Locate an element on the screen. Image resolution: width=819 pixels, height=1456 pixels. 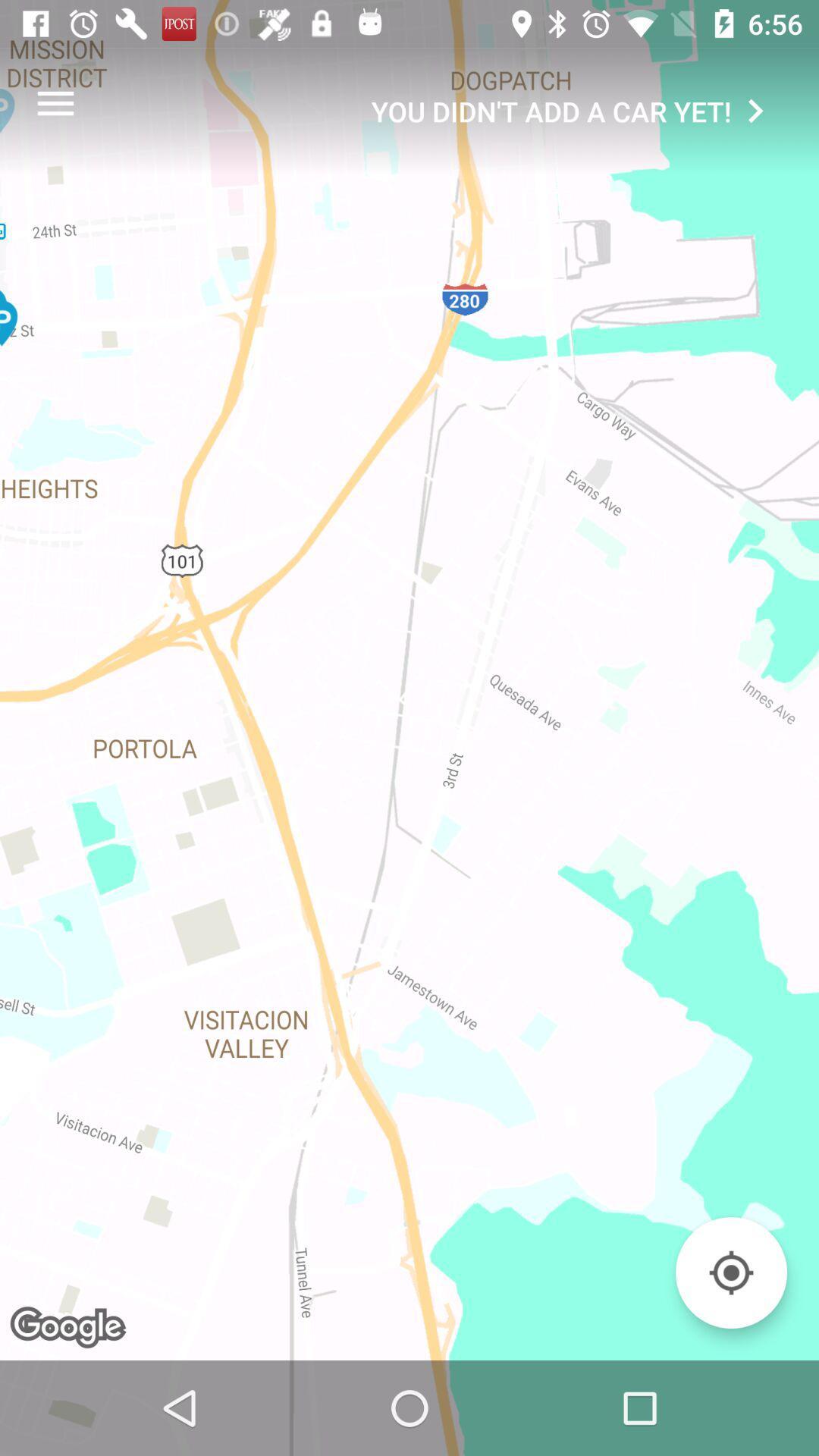
location button is located at coordinates (730, 1272).